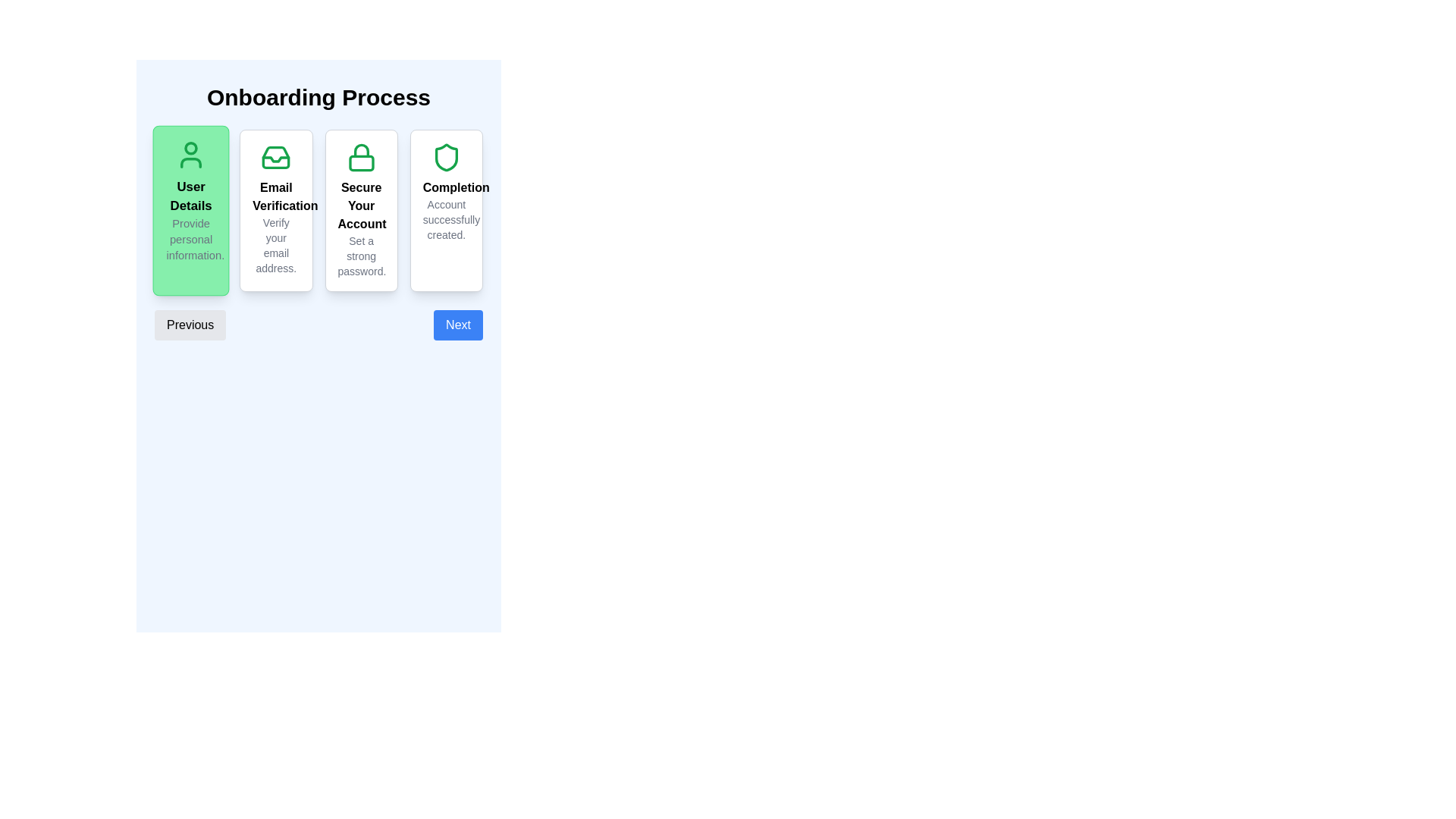 The image size is (1456, 819). I want to click on the informational text label that prompts the user to verify their email address, located beneath the 'Email Verification' text within the card, so click(276, 245).